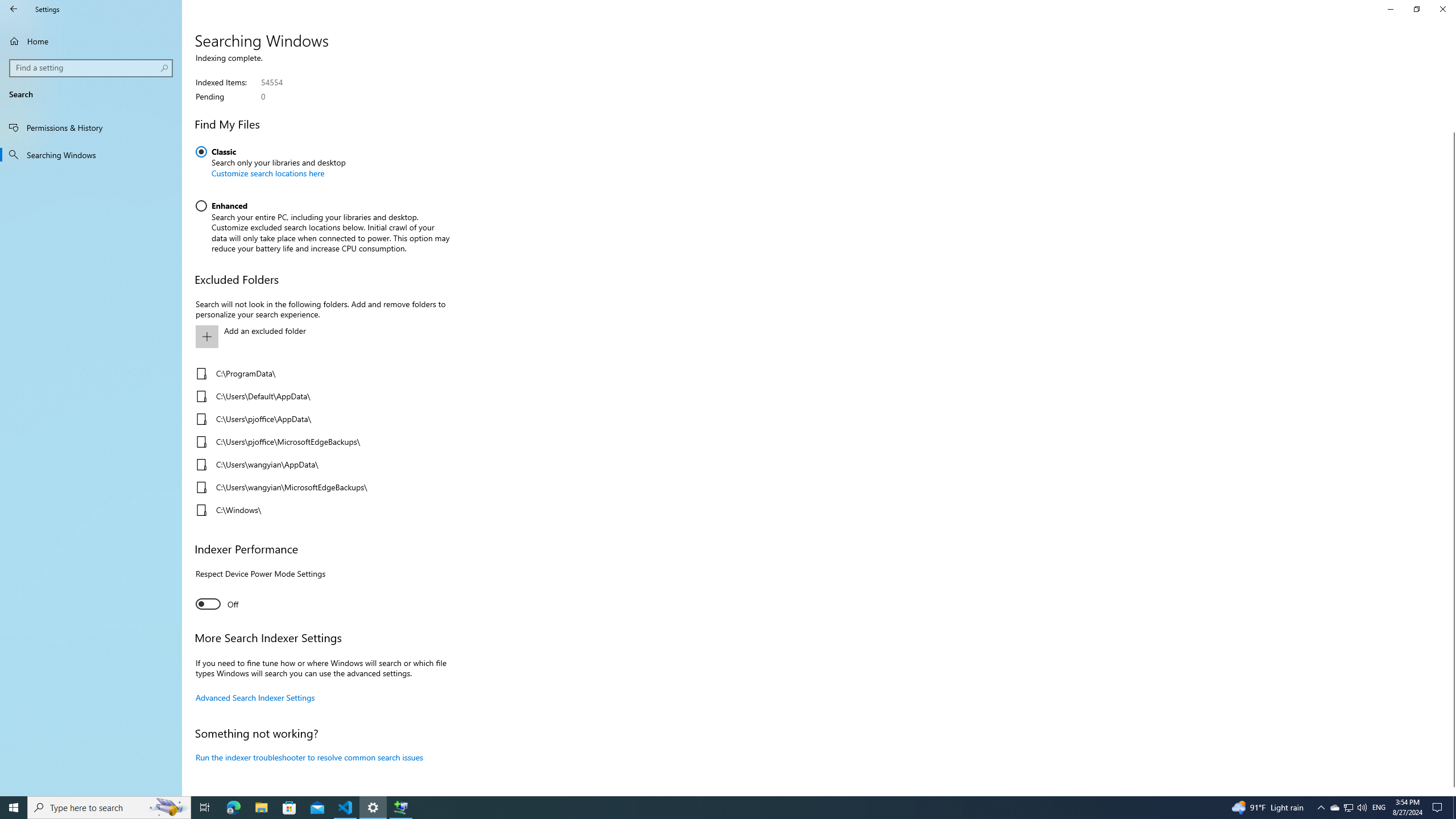  Describe the element at coordinates (267, 172) in the screenshot. I see `'Customize search locations here'` at that location.